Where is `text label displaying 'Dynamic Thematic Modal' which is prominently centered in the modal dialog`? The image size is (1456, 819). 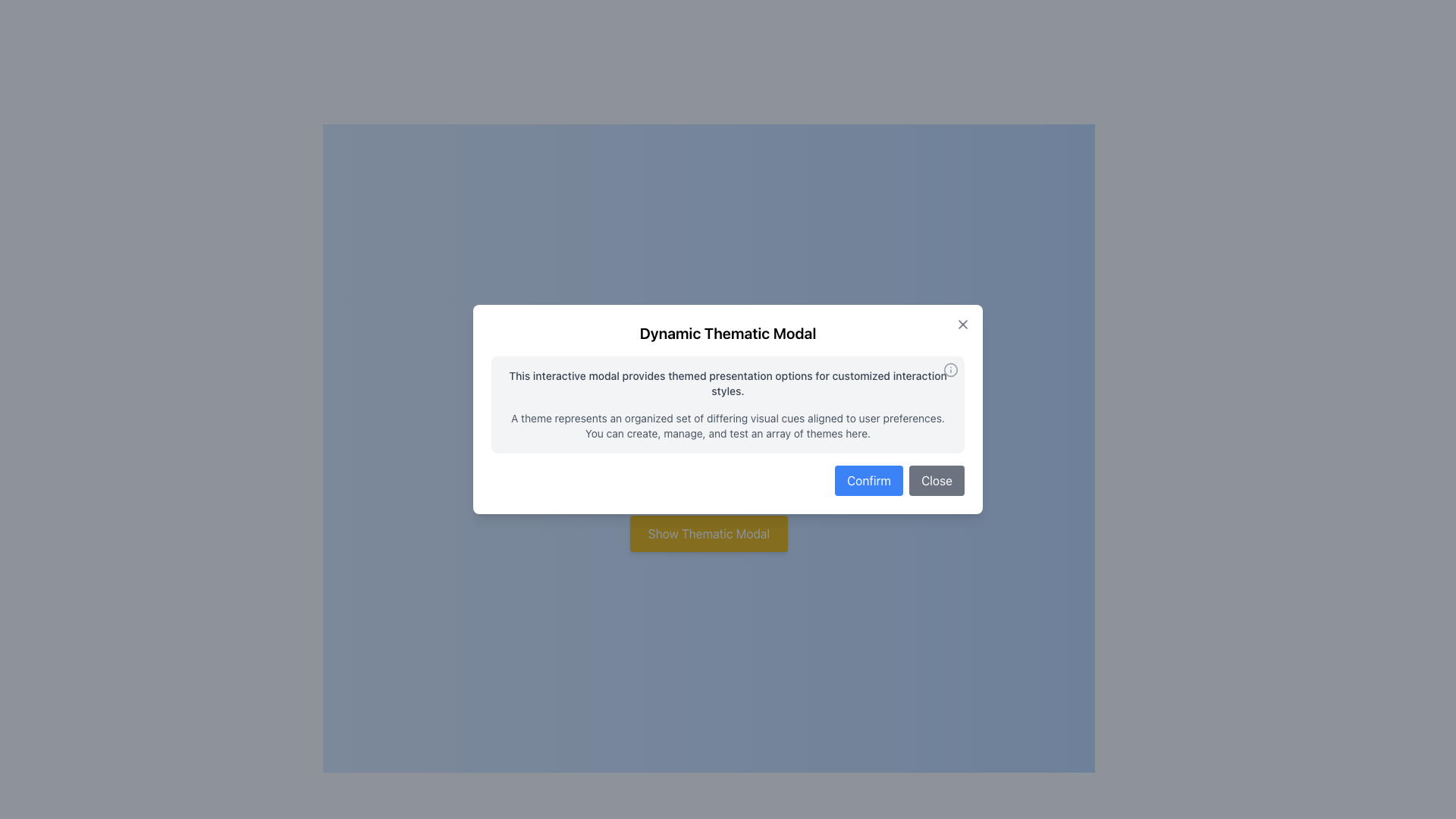
text label displaying 'Dynamic Thematic Modal' which is prominently centered in the modal dialog is located at coordinates (728, 332).